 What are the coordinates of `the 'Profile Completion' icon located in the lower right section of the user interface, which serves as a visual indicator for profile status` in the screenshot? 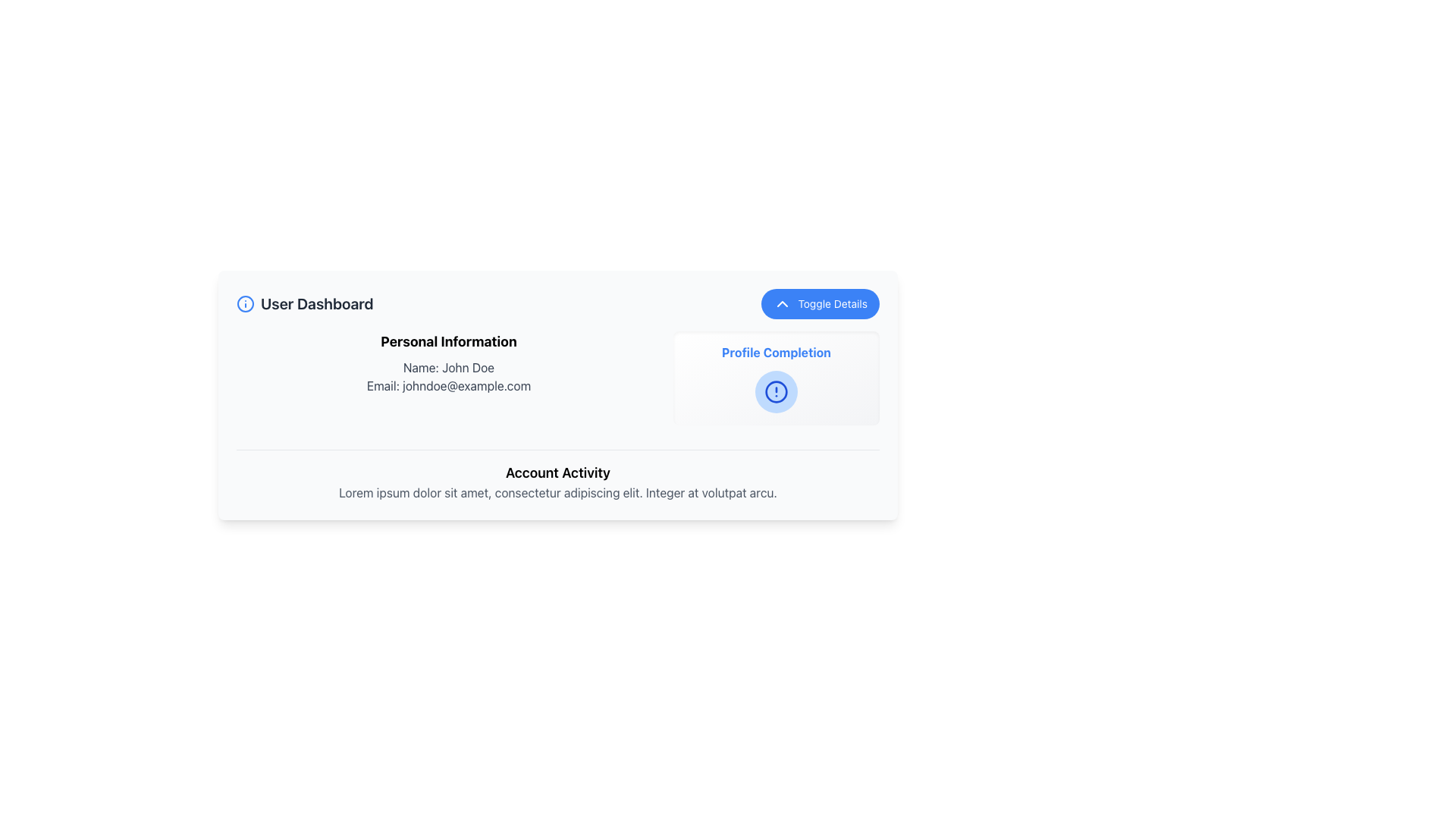 It's located at (776, 391).